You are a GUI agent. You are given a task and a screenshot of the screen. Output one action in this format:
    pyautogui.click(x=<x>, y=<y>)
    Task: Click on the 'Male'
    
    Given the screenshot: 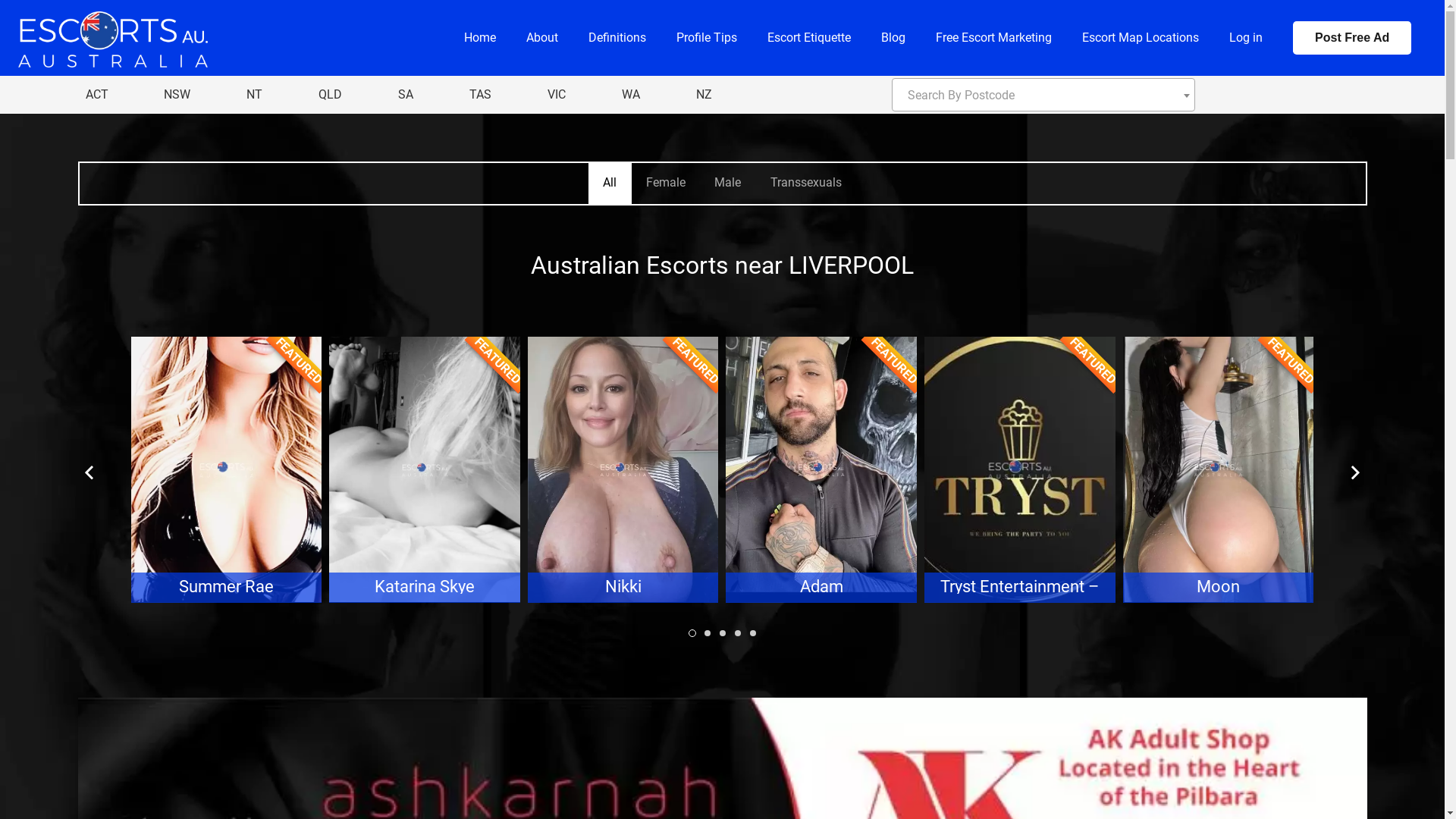 What is the action you would take?
    pyautogui.click(x=726, y=183)
    